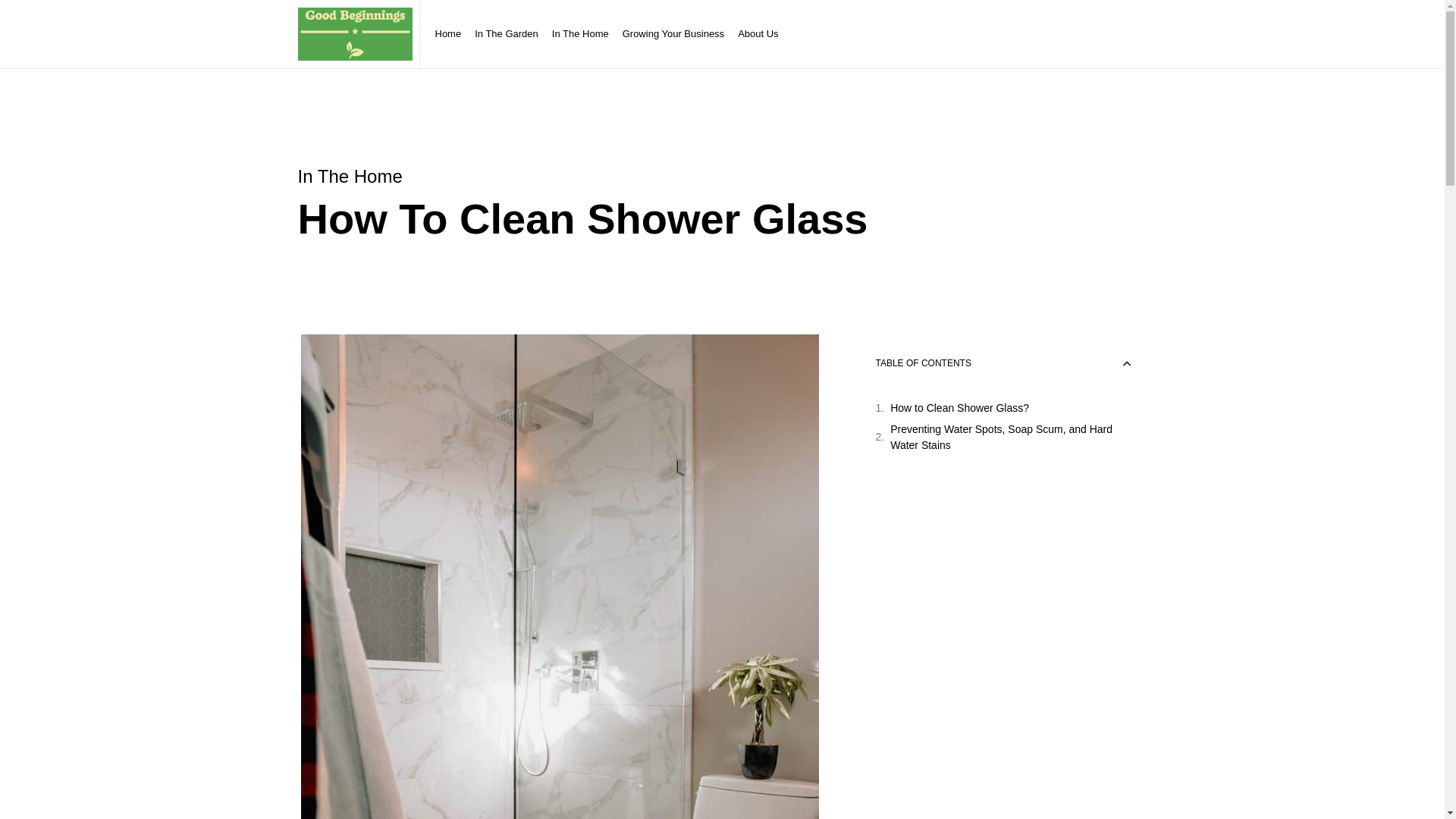 The width and height of the screenshot is (1456, 819). Describe the element at coordinates (758, 34) in the screenshot. I see `'About Us'` at that location.